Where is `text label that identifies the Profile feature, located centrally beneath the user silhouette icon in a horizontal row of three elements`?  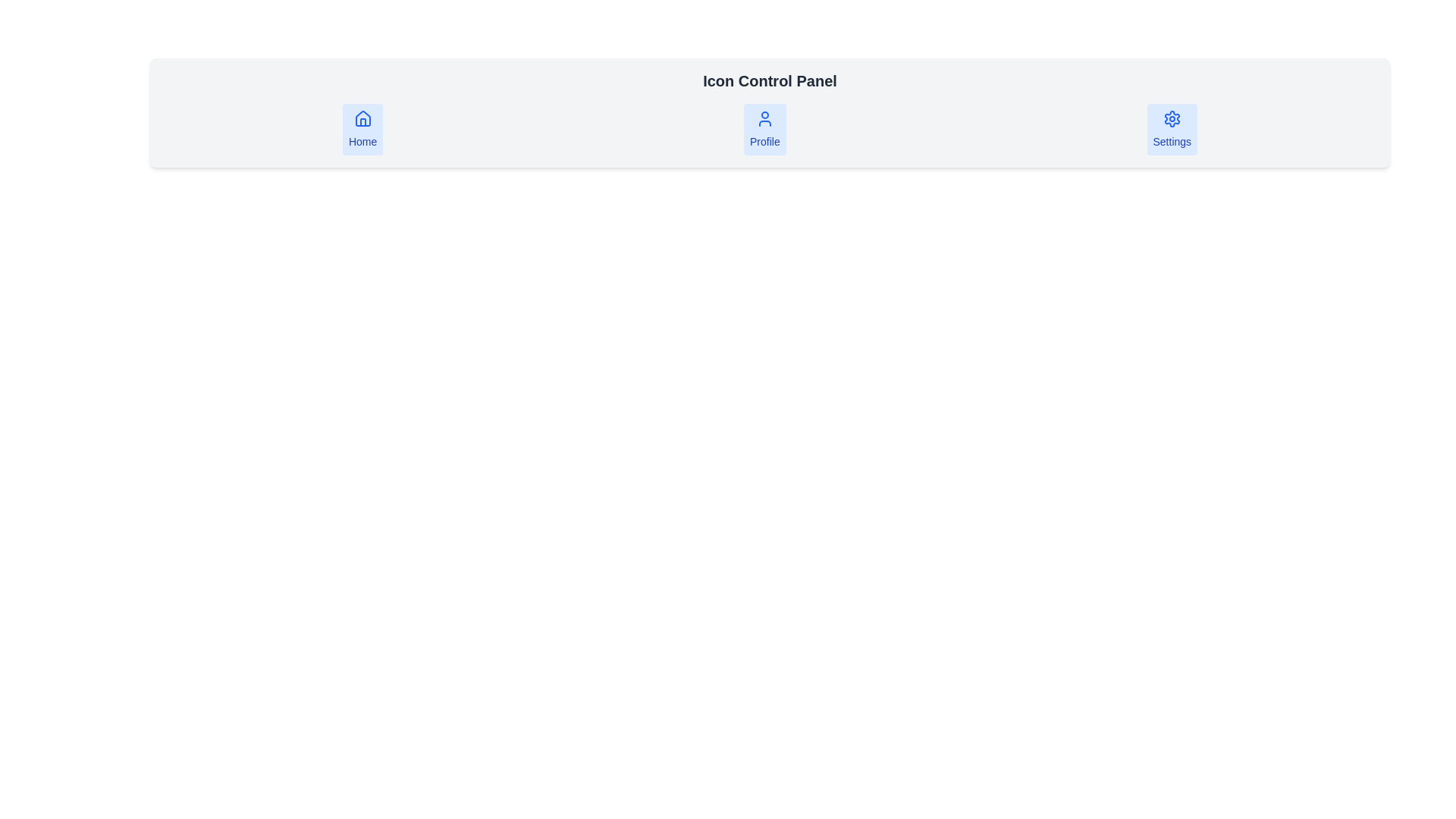 text label that identifies the Profile feature, located centrally beneath the user silhouette icon in a horizontal row of three elements is located at coordinates (764, 141).